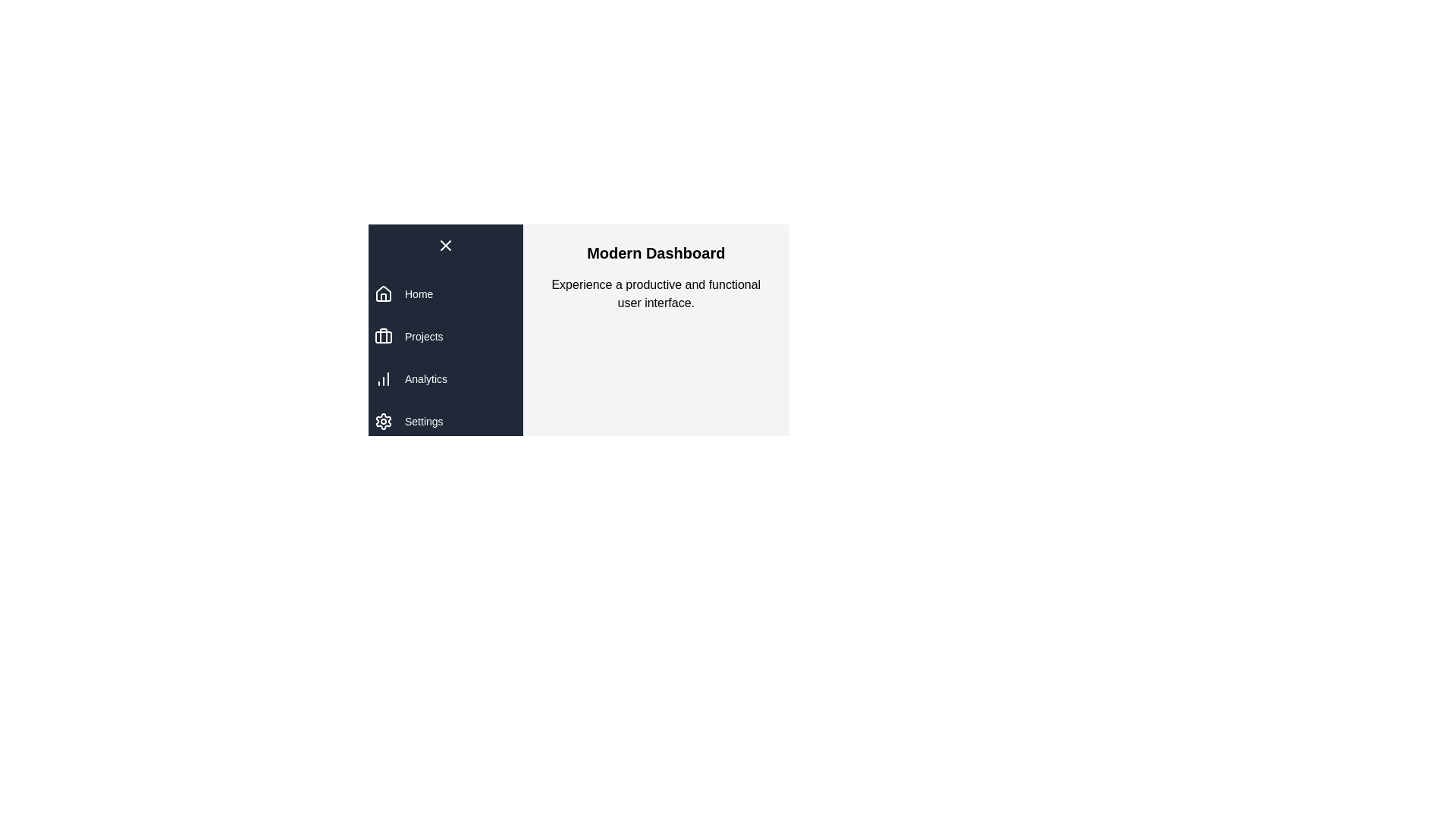 Image resolution: width=1456 pixels, height=819 pixels. I want to click on the navigation item Analytics to navigate to the corresponding section, so click(425, 378).